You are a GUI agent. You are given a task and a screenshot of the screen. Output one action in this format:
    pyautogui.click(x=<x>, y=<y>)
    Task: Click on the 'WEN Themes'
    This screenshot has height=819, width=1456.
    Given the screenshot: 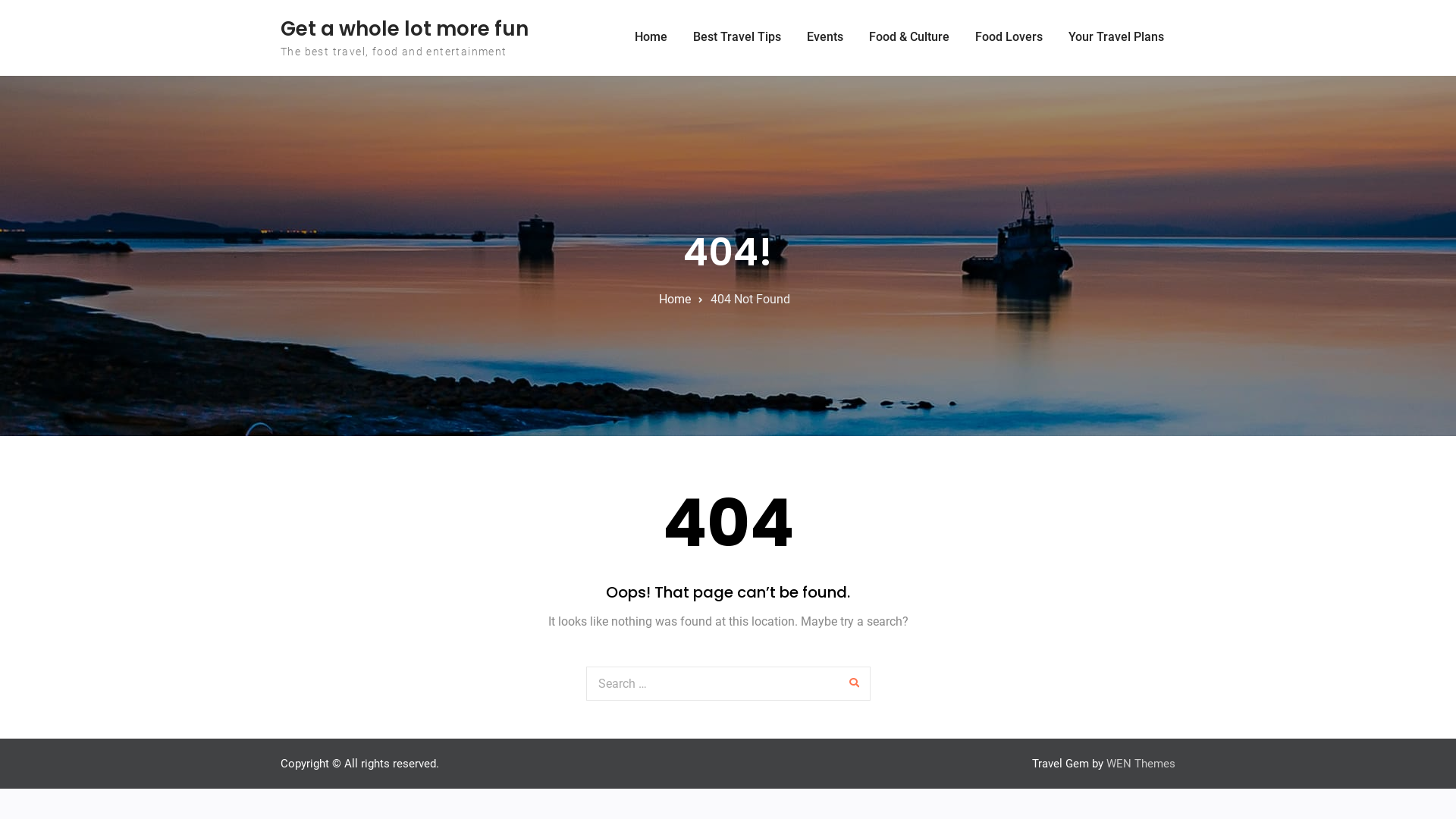 What is the action you would take?
    pyautogui.click(x=1141, y=763)
    